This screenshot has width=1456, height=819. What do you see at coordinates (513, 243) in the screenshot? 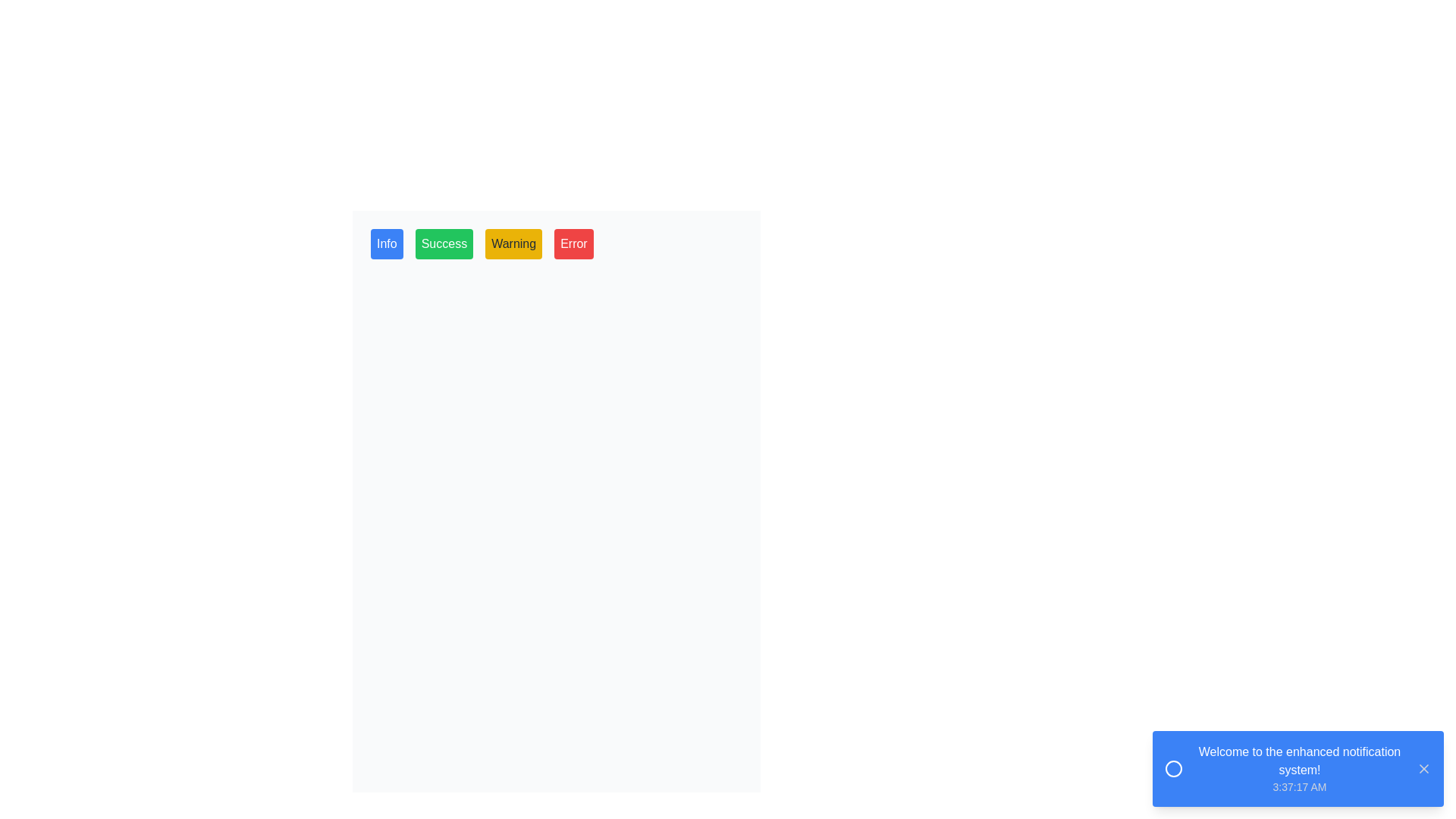
I see `the 'Warning' button, which is the third button in a row of buttons labeled 'Info', 'Success', 'Warning', and 'Error'` at bounding box center [513, 243].